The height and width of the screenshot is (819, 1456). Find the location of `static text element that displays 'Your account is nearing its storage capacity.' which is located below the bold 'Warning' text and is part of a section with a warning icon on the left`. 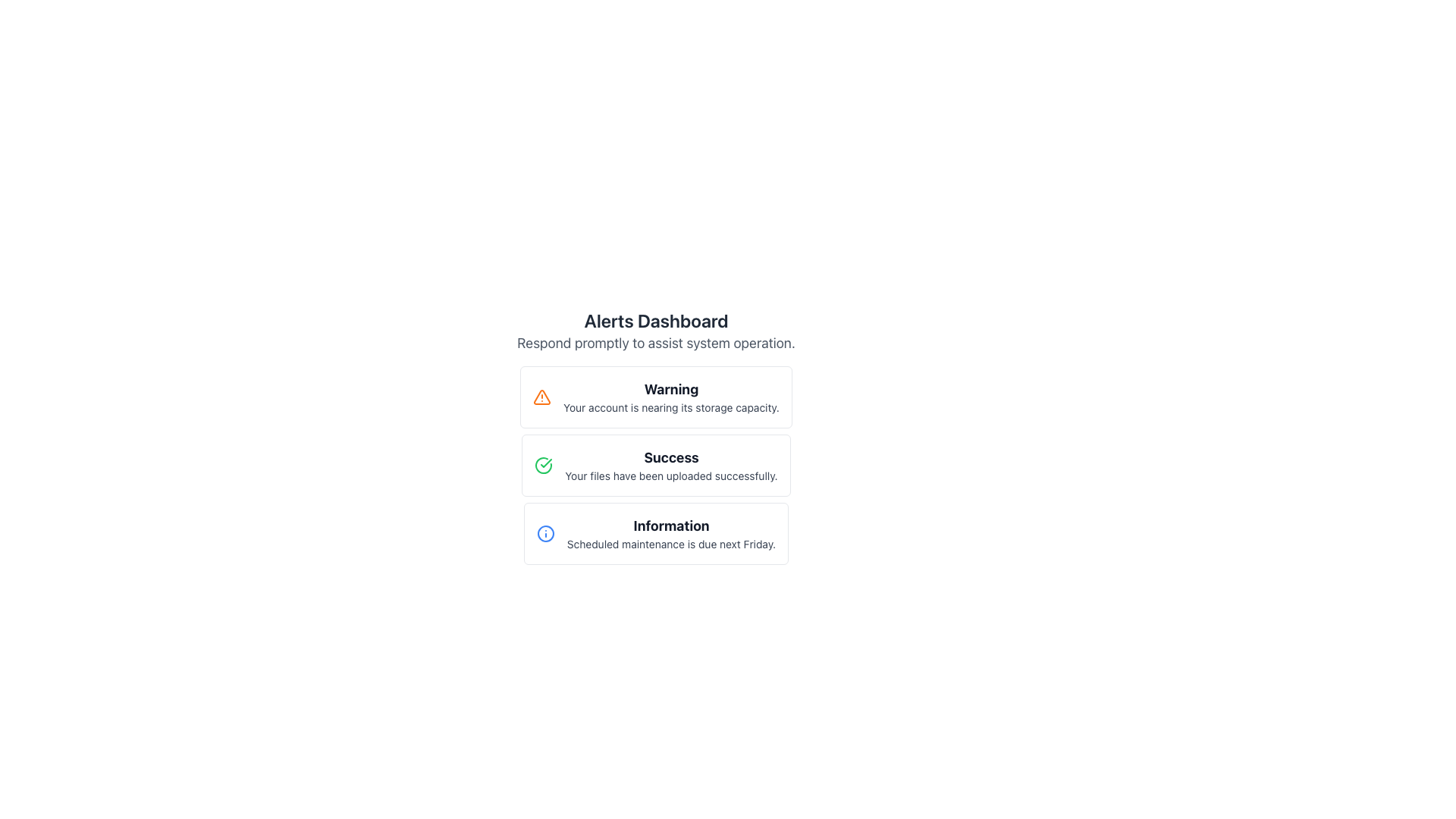

static text element that displays 'Your account is nearing its storage capacity.' which is located below the bold 'Warning' text and is part of a section with a warning icon on the left is located at coordinates (670, 406).